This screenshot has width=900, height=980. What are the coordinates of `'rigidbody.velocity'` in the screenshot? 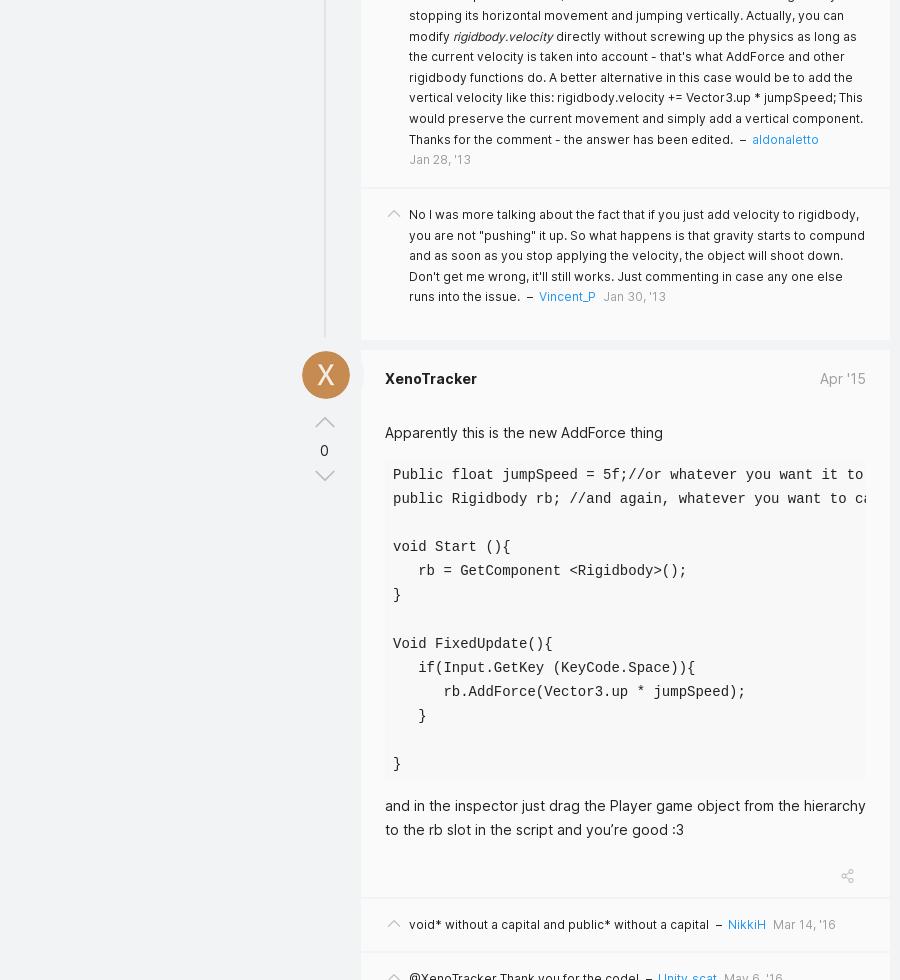 It's located at (451, 35).